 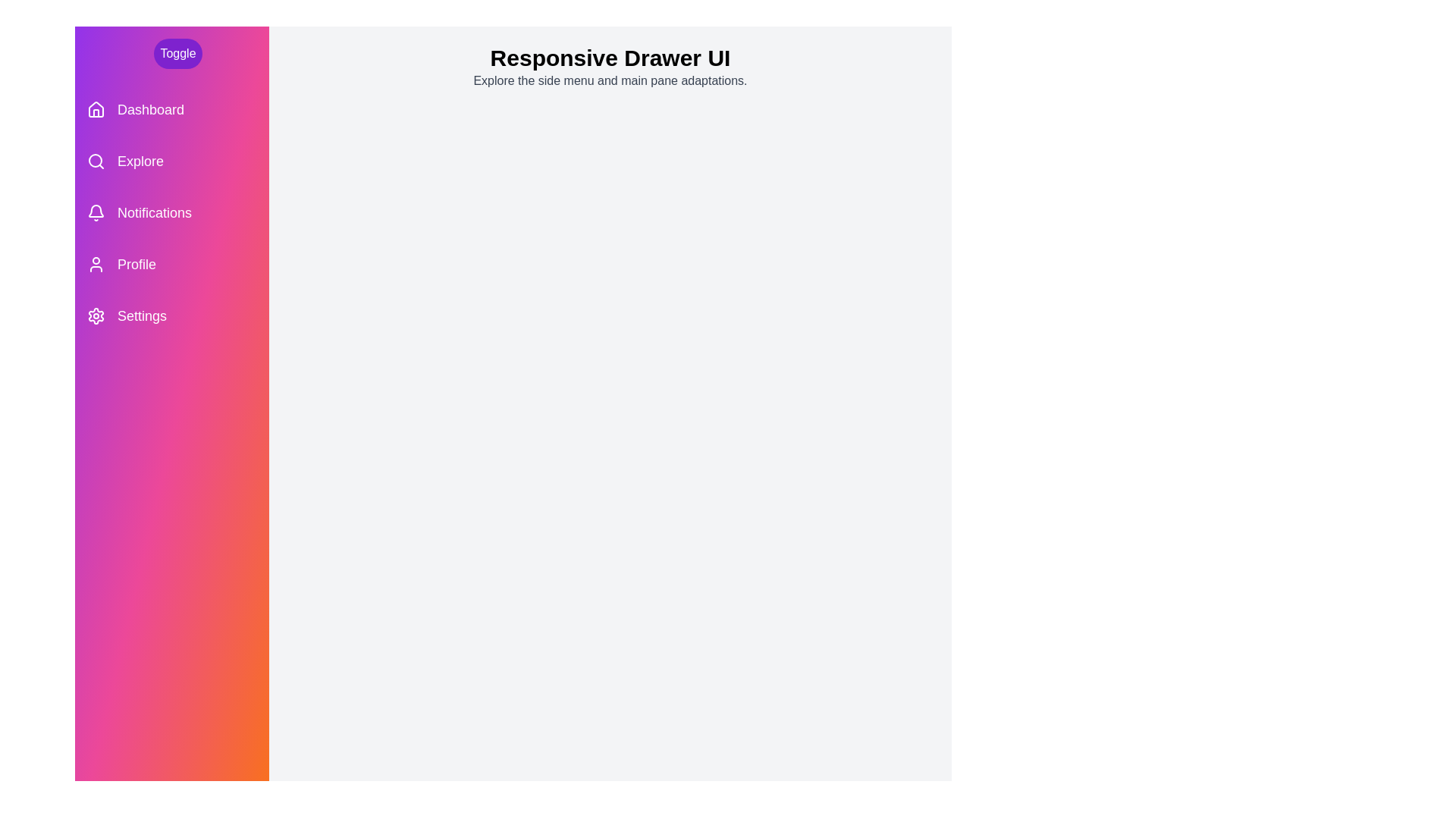 What do you see at coordinates (171, 263) in the screenshot?
I see `the menu item Profile to observe its visual feedback` at bounding box center [171, 263].